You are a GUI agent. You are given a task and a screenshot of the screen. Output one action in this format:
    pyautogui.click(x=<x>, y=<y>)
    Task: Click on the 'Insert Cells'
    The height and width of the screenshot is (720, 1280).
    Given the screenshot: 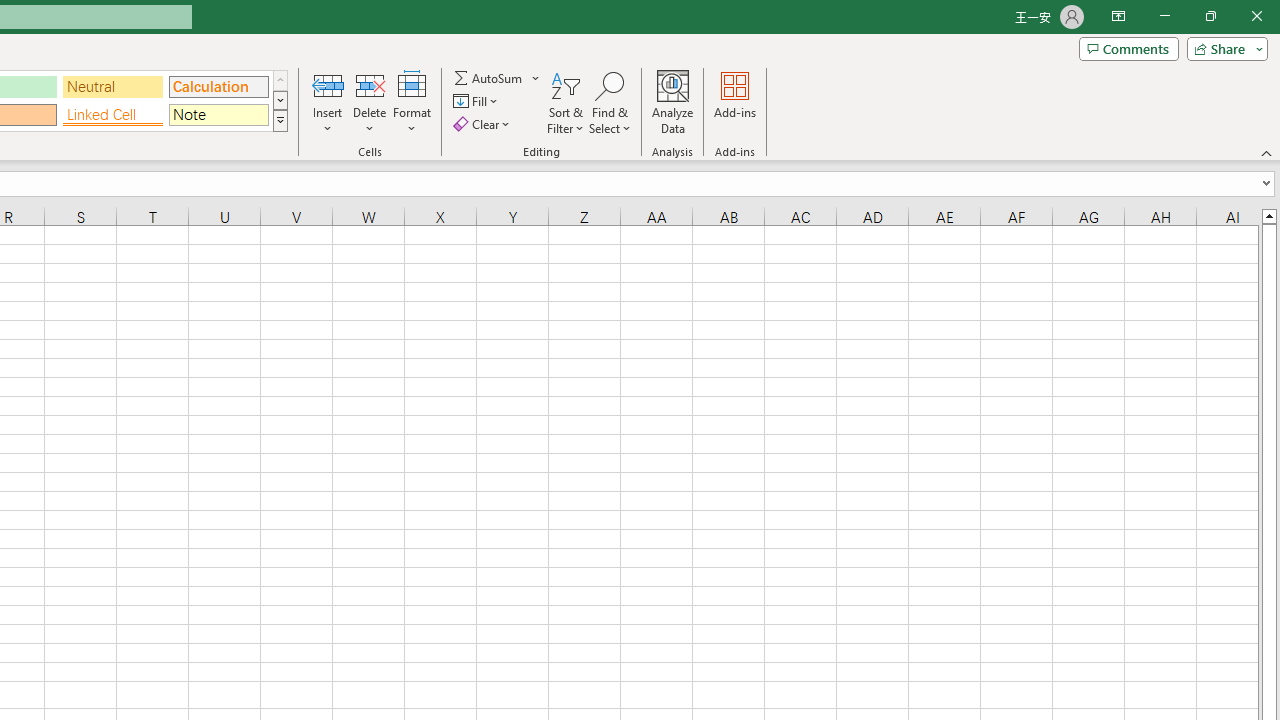 What is the action you would take?
    pyautogui.click(x=328, y=84)
    